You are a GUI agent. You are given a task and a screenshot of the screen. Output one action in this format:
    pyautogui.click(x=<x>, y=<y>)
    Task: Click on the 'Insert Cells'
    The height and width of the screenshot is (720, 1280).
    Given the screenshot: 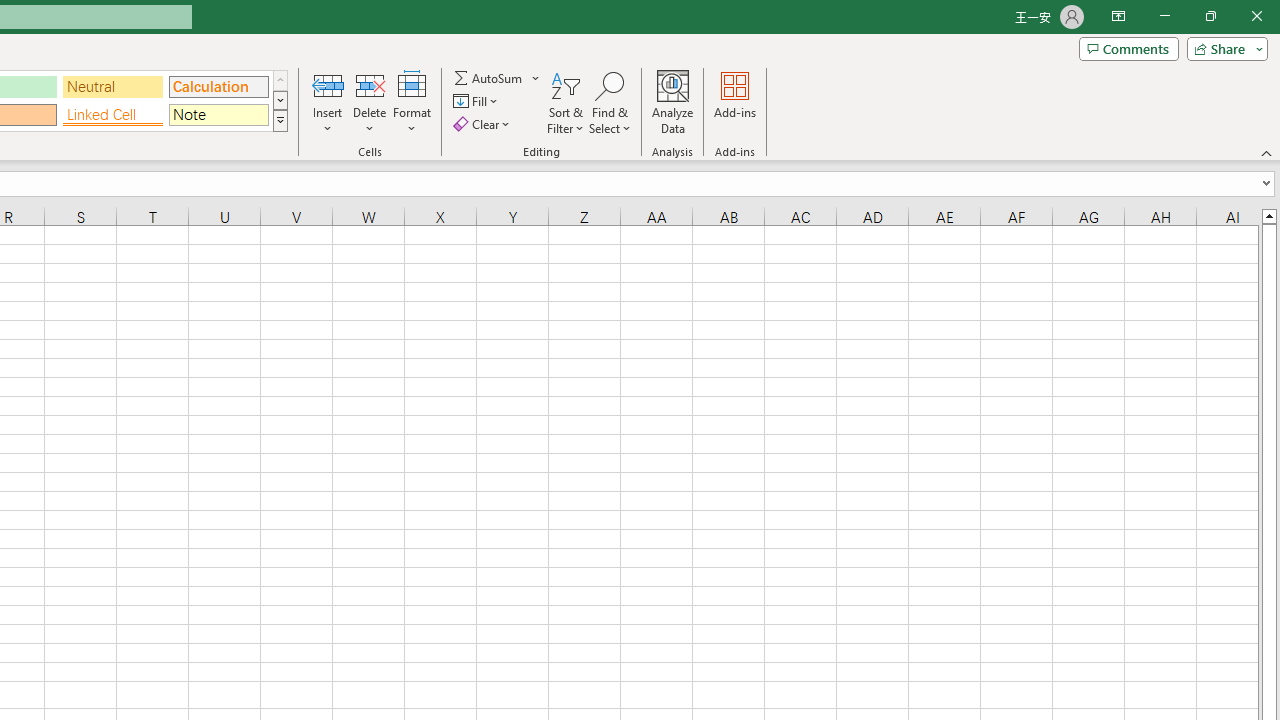 What is the action you would take?
    pyautogui.click(x=328, y=84)
    